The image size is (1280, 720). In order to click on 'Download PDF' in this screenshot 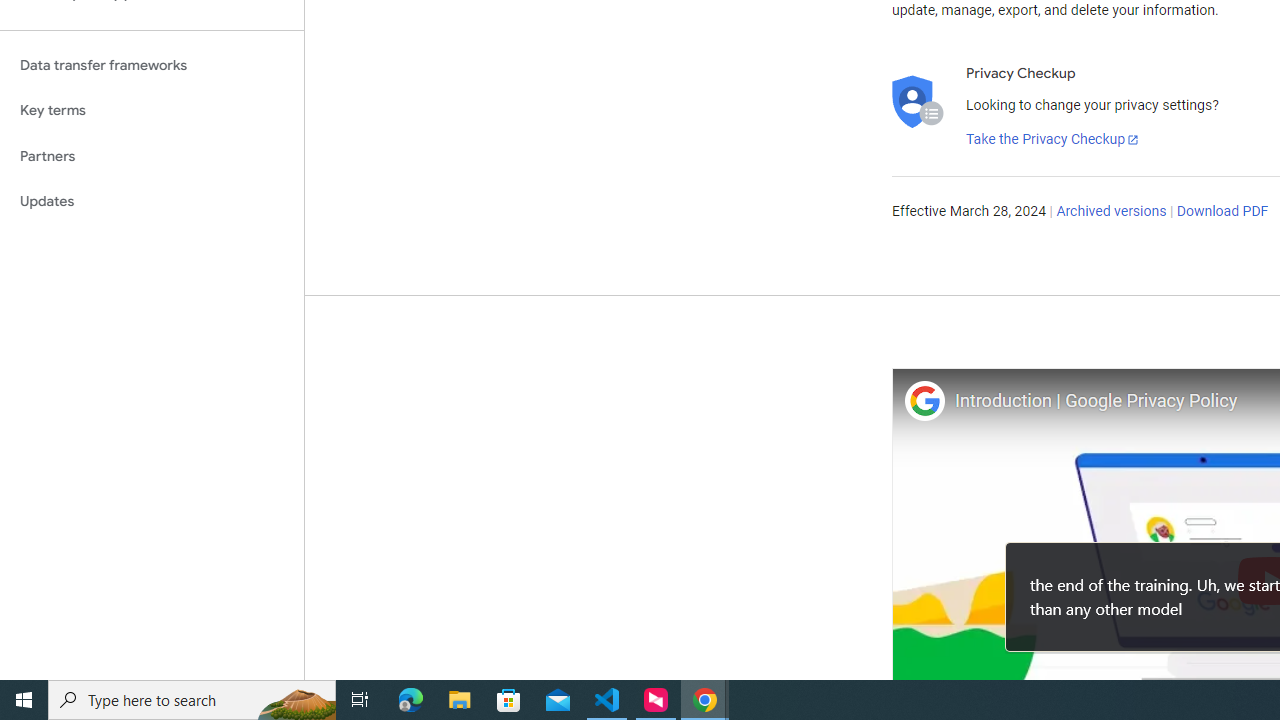, I will do `click(1221, 212)`.